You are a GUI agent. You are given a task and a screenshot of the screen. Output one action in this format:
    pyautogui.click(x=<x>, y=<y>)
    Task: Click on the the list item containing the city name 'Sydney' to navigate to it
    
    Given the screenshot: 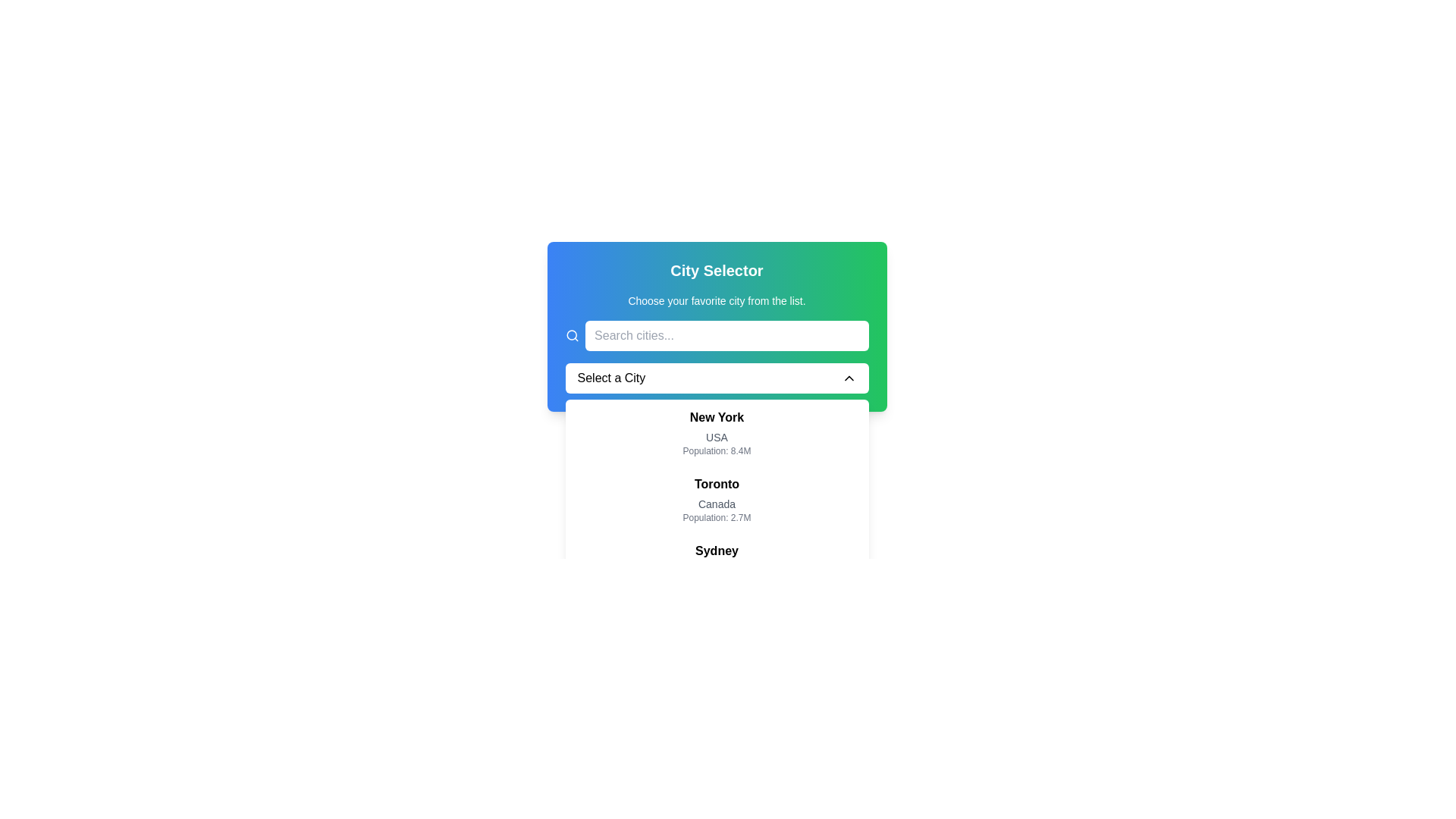 What is the action you would take?
    pyautogui.click(x=716, y=566)
    